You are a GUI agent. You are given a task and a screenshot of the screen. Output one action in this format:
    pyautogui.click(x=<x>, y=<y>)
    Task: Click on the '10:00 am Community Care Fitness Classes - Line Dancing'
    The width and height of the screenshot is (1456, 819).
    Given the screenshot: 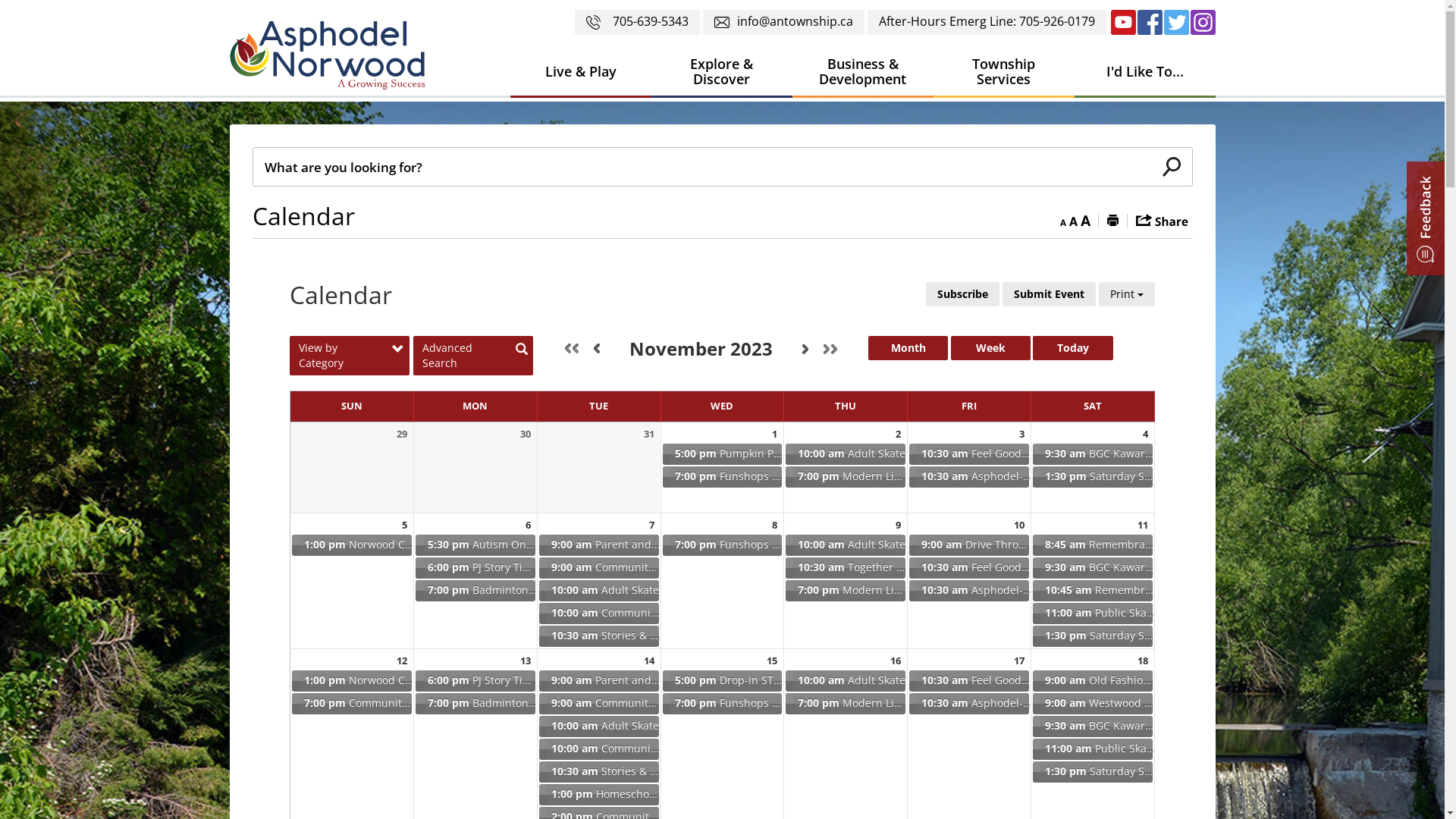 What is the action you would take?
    pyautogui.click(x=598, y=613)
    